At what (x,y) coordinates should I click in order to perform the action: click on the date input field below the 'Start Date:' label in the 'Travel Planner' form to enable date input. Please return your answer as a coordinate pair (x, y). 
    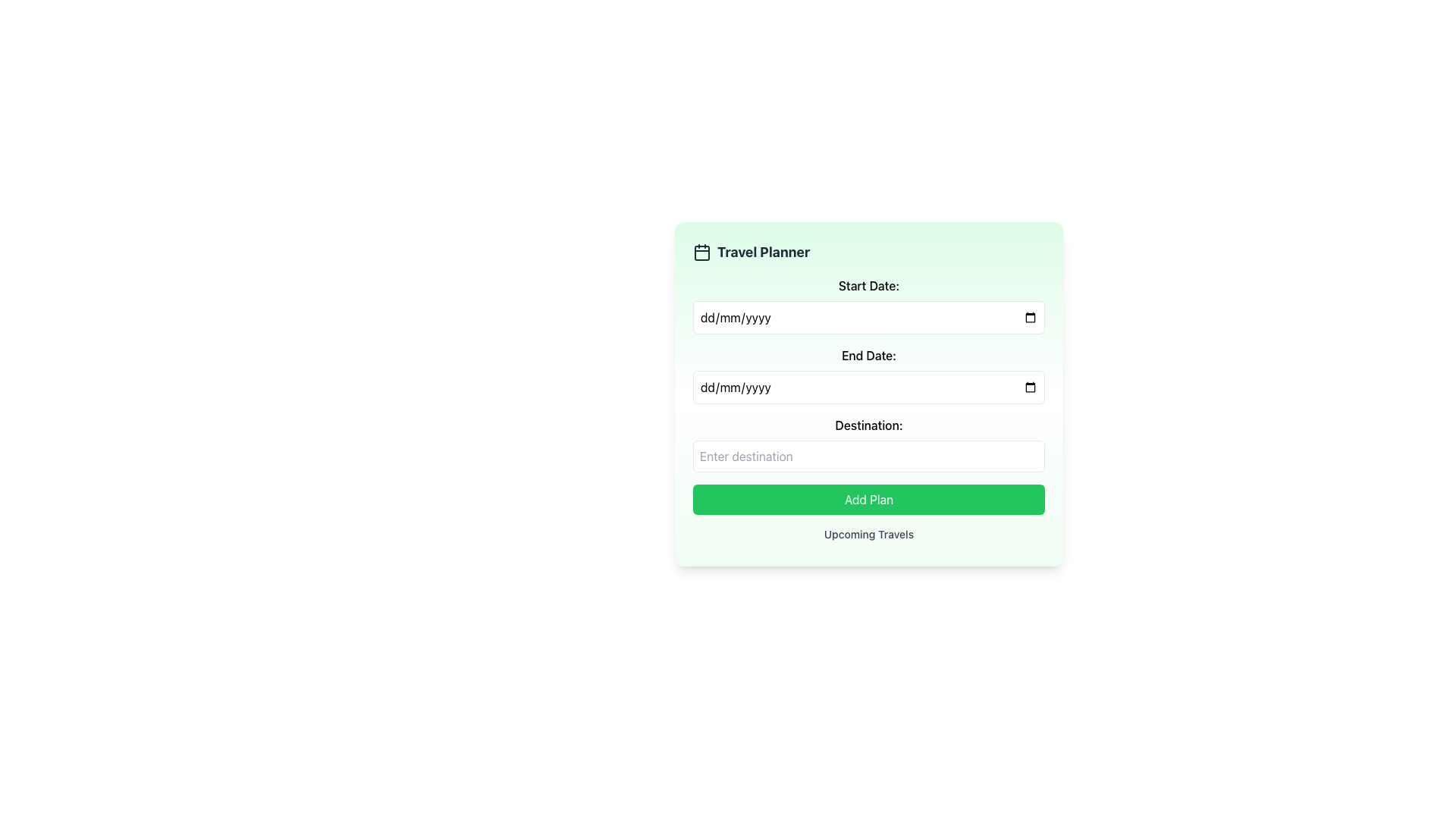
    Looking at the image, I should click on (869, 317).